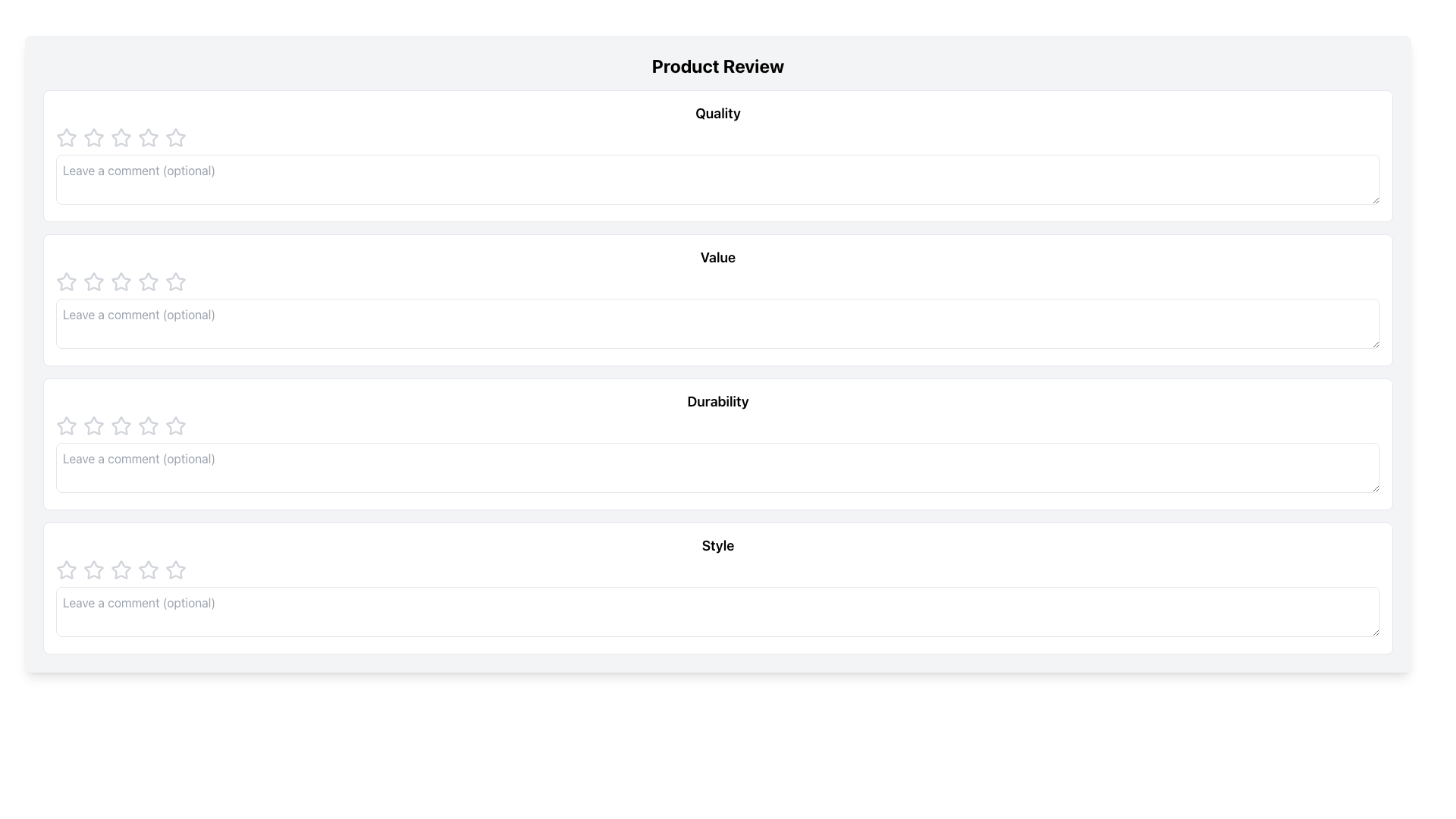 This screenshot has width=1456, height=819. What do you see at coordinates (93, 281) in the screenshot?
I see `the third star icon` at bounding box center [93, 281].